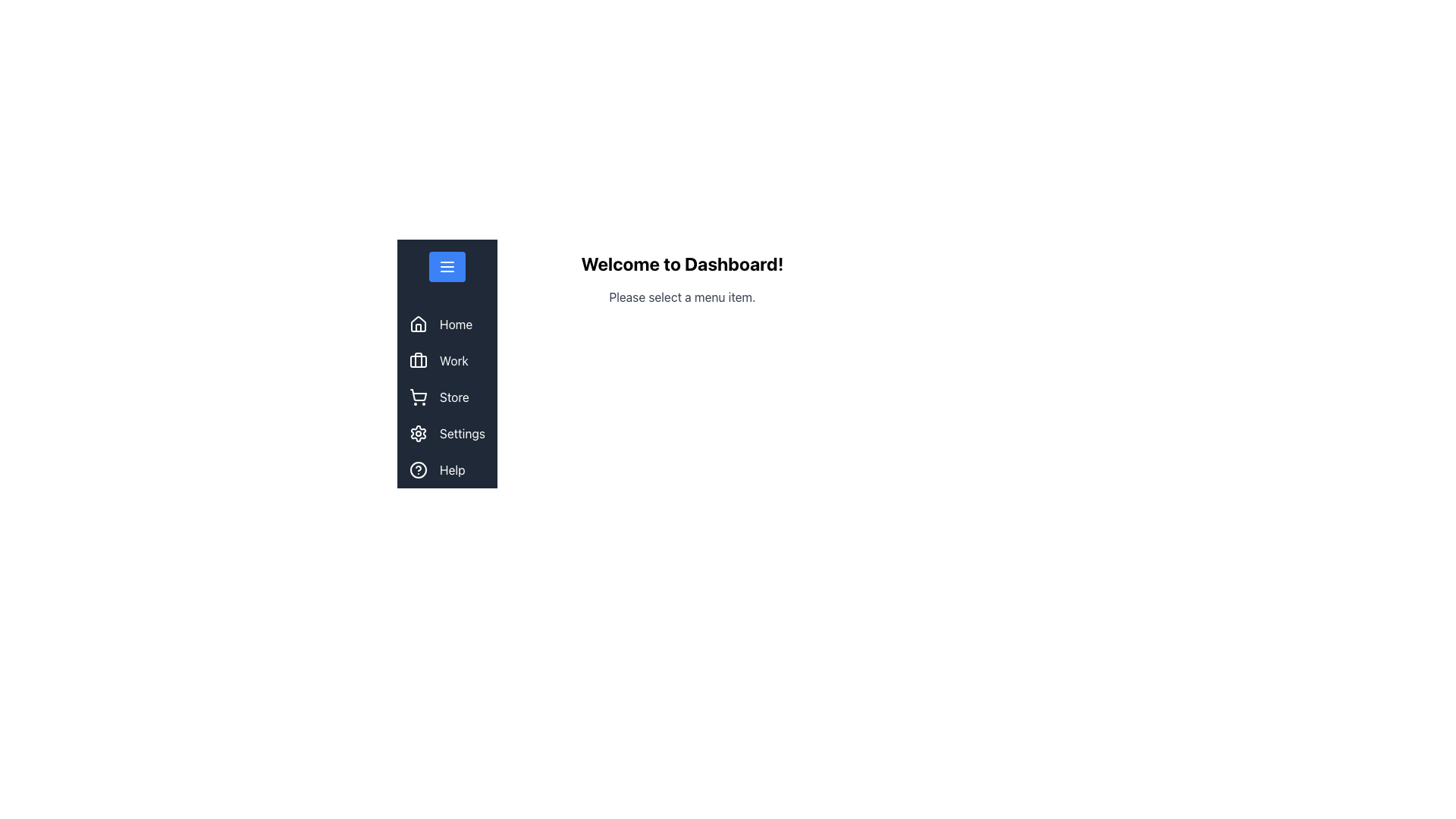 The image size is (1456, 819). What do you see at coordinates (419, 323) in the screenshot?
I see `the house icon located at the top of the vertical navigation bar in the left panel, which serves as a marker to navigate to the 'Home' section of the application` at bounding box center [419, 323].